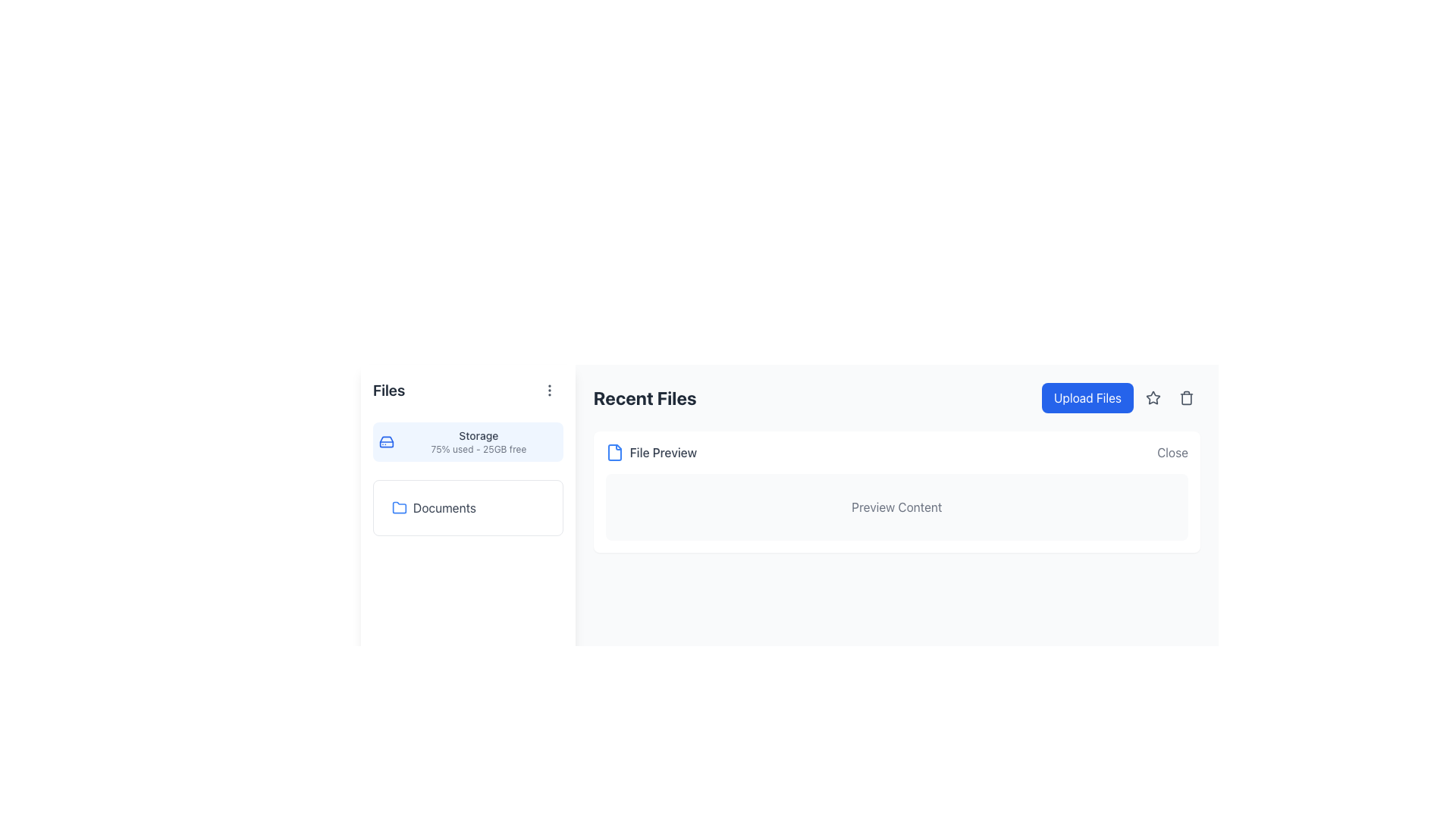 Image resolution: width=1456 pixels, height=819 pixels. I want to click on the Text label that describes storage-related information within the 'Files' panel, positioned above '75% used - 25GB free', so click(478, 435).